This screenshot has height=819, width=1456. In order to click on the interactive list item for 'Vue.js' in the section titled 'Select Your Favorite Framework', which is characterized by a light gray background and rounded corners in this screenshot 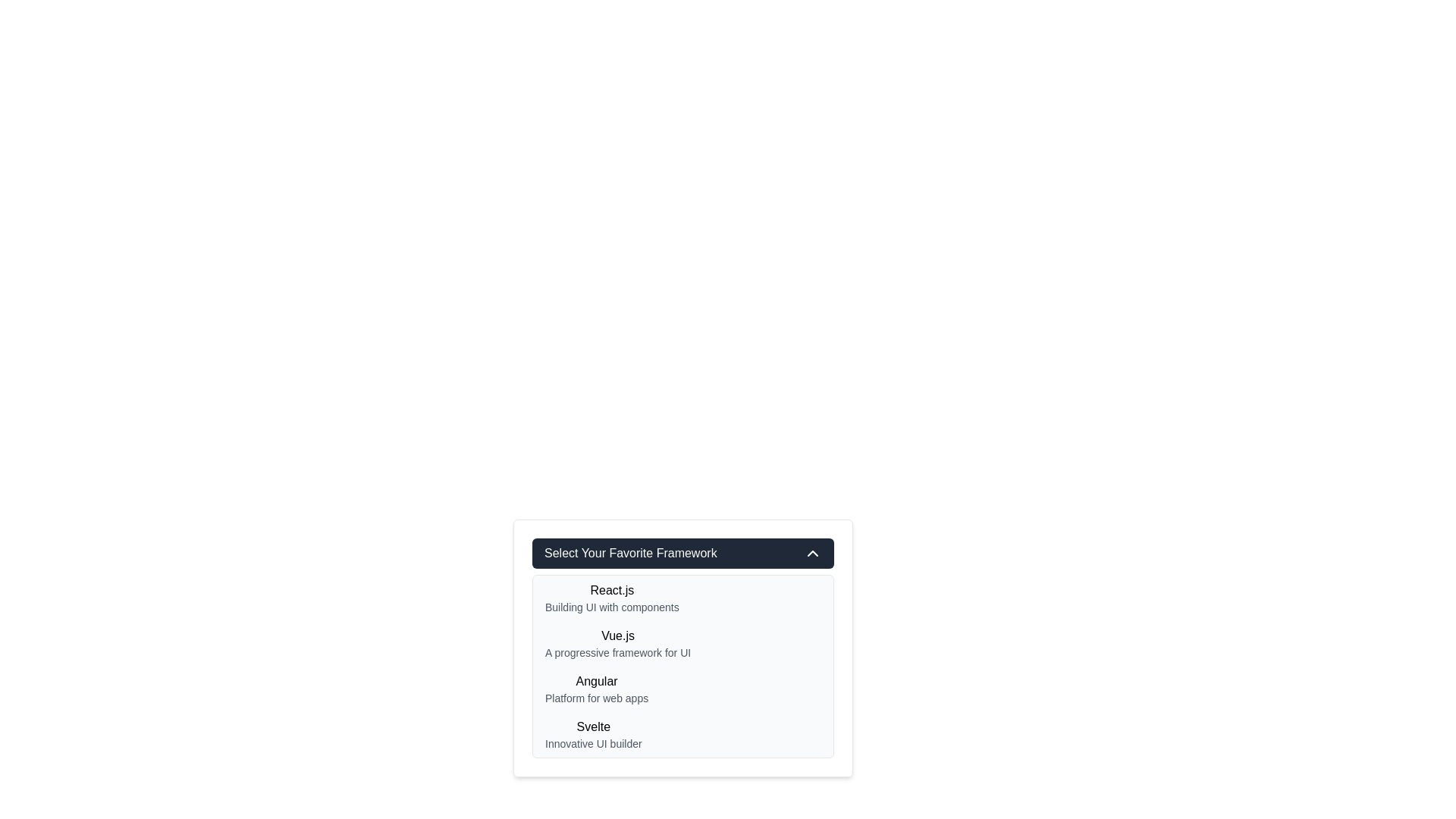, I will do `click(682, 666)`.